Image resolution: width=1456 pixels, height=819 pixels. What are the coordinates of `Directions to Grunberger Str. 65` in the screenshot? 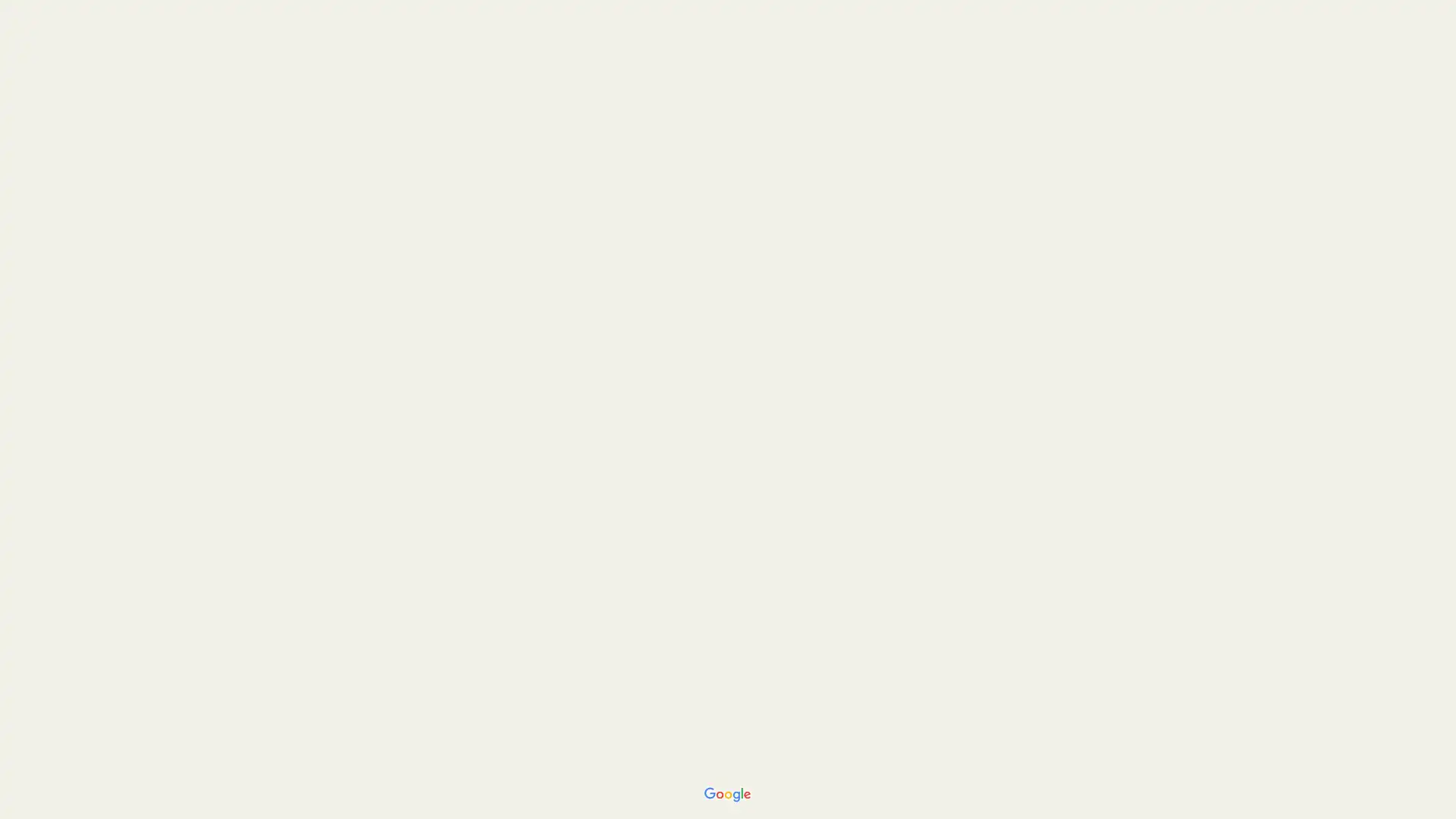 It's located at (43, 304).